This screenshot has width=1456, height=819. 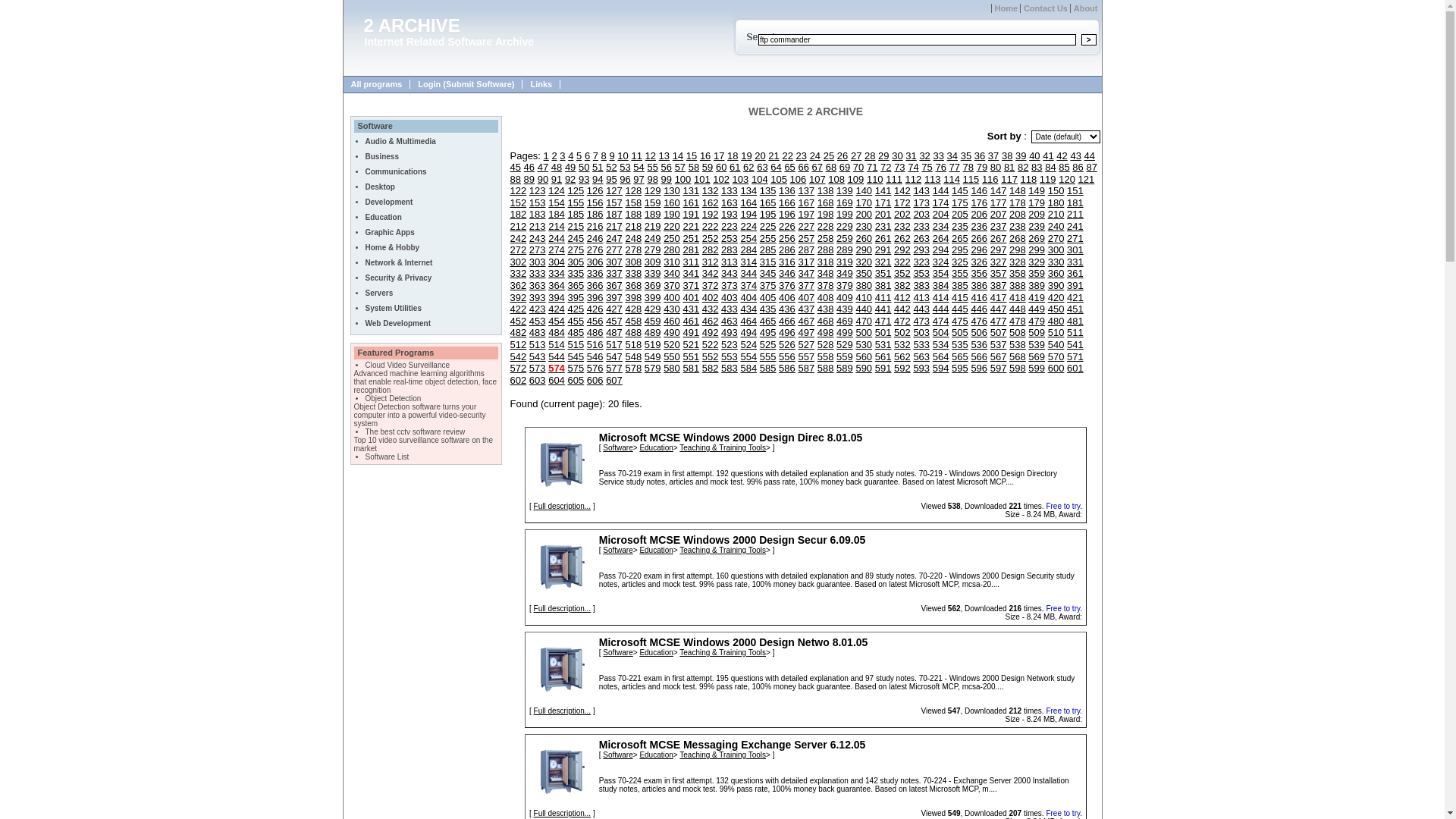 What do you see at coordinates (883, 190) in the screenshot?
I see `'141'` at bounding box center [883, 190].